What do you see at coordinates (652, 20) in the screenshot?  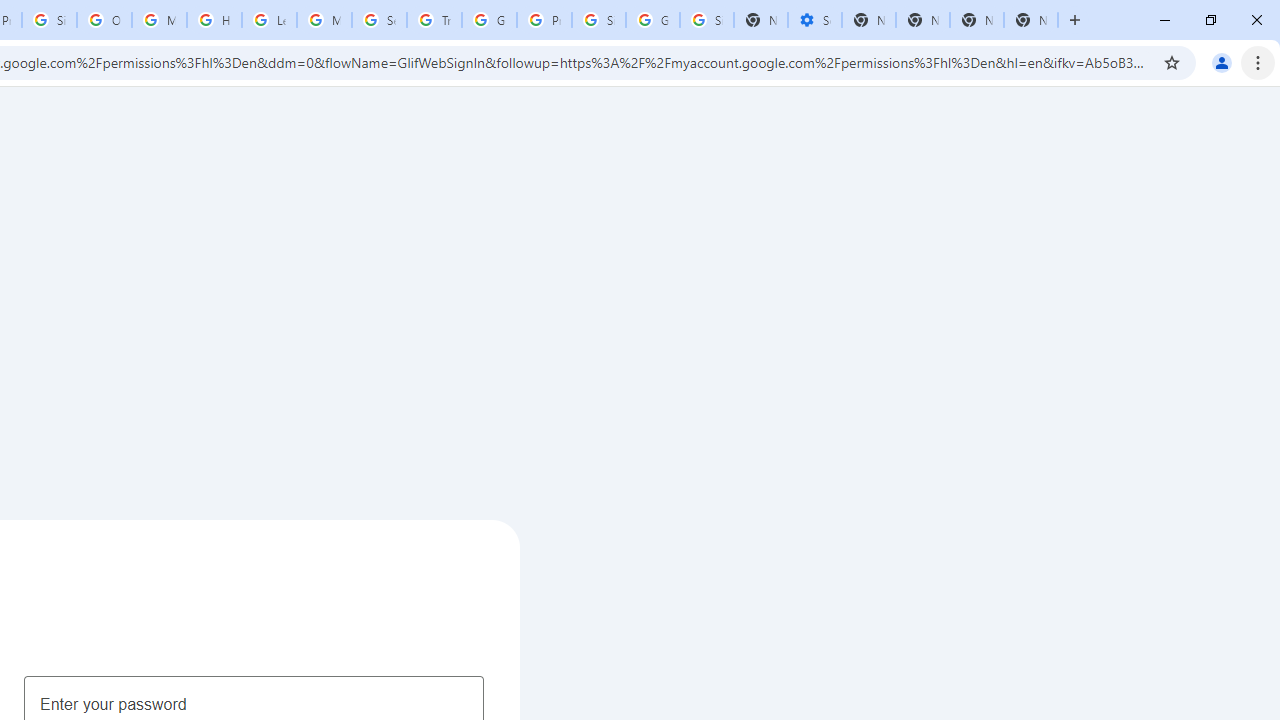 I see `'Google Cybersecurity Innovations - Google Safety Center'` at bounding box center [652, 20].